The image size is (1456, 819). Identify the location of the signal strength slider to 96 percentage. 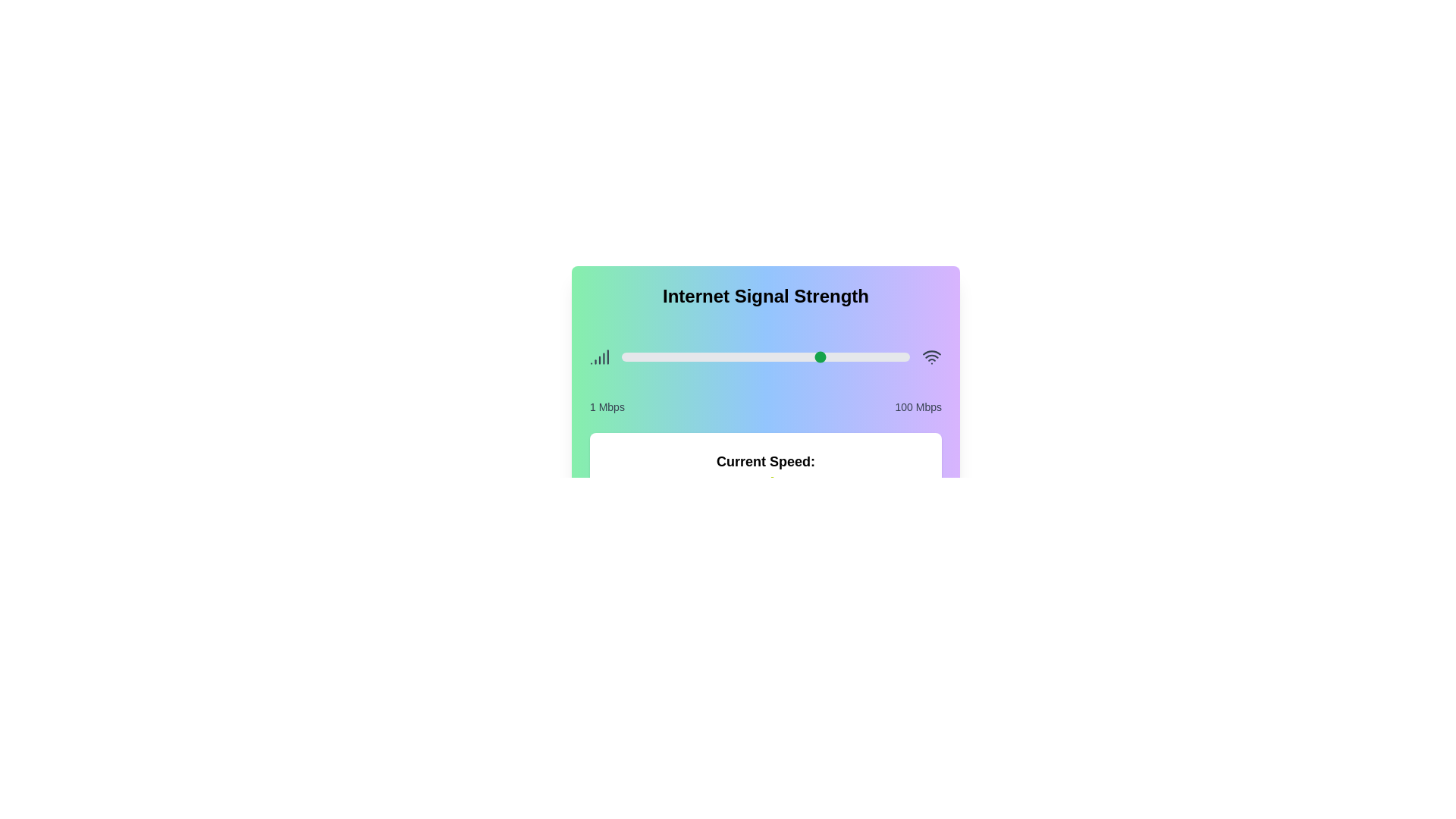
(897, 356).